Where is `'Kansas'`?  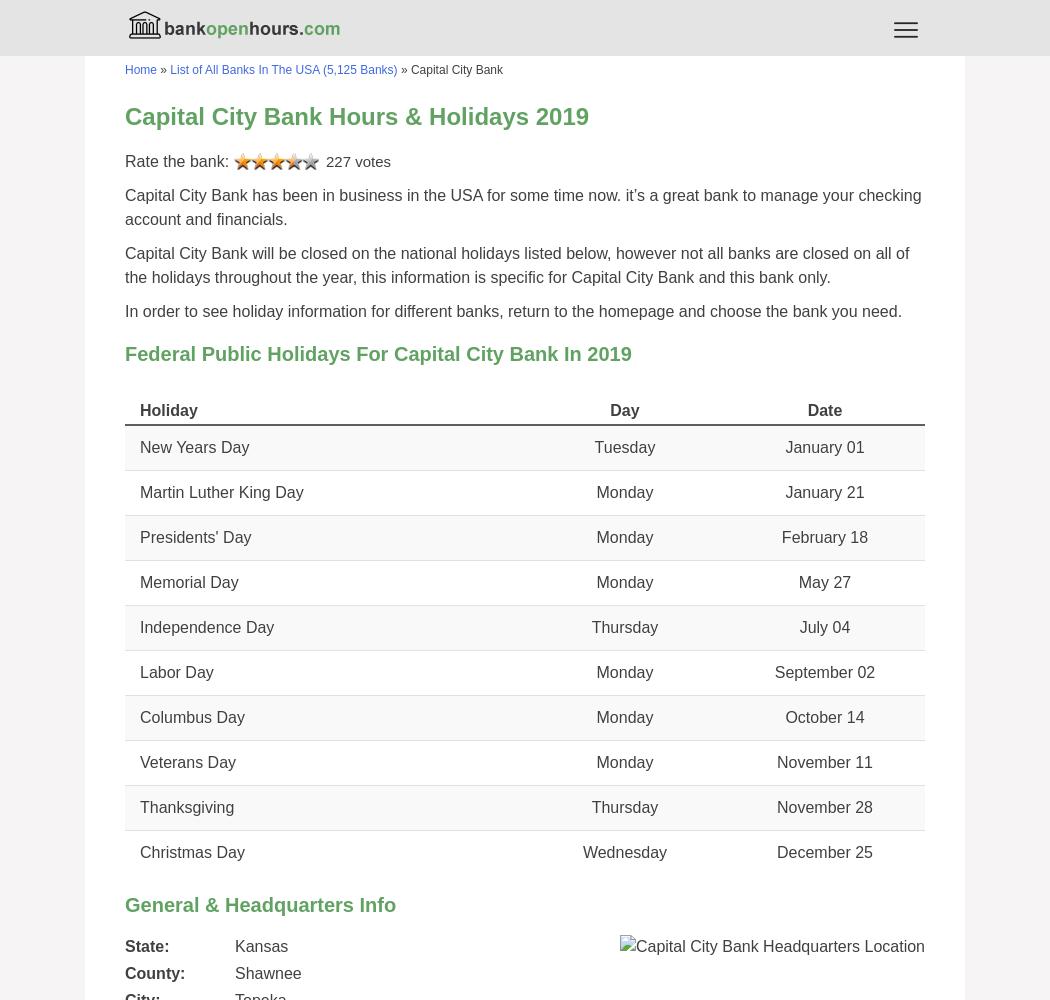 'Kansas' is located at coordinates (261, 945).